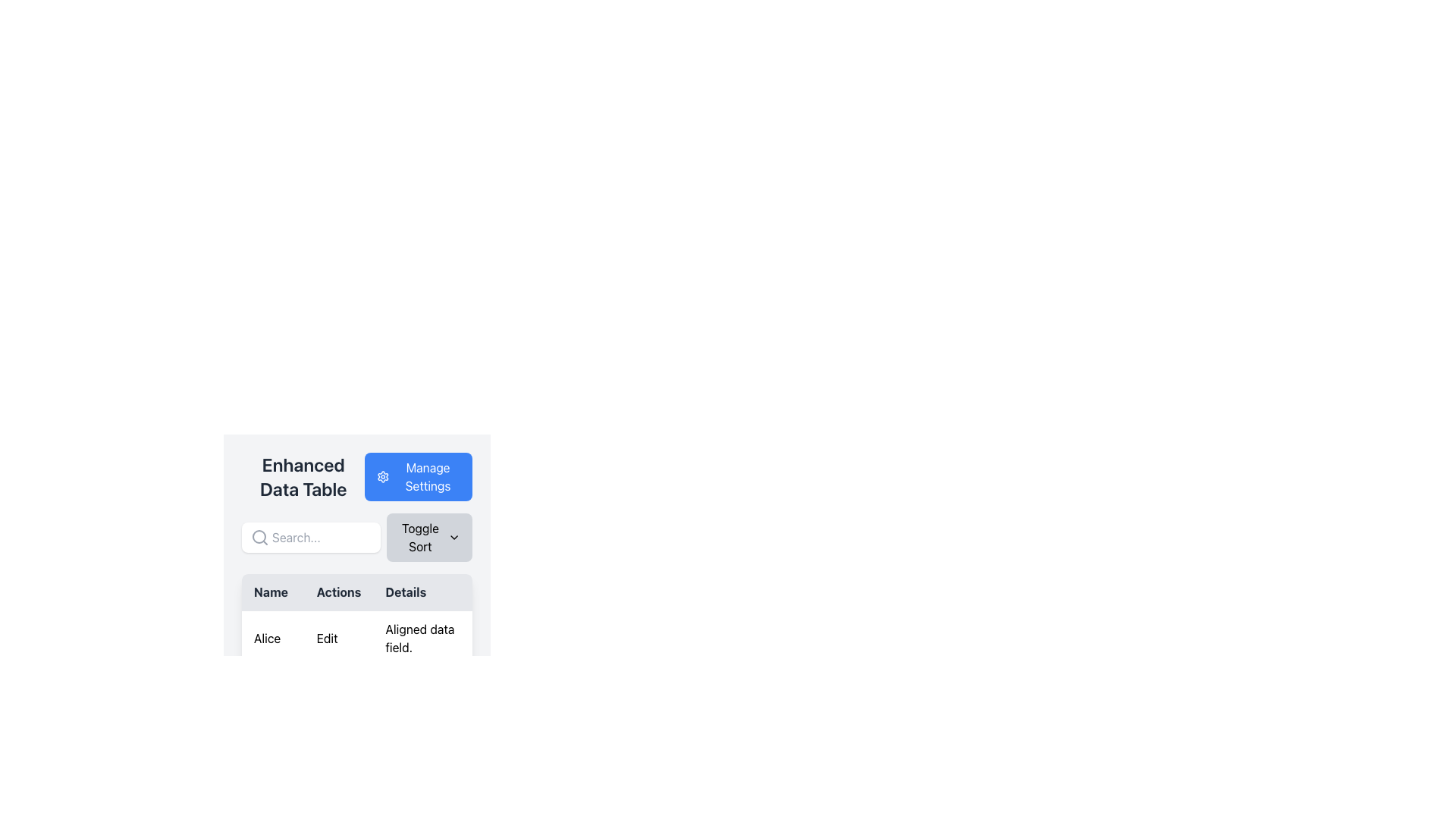  I want to click on the Dropdown Button located beneath the 'Enhanced Data Table' title, so click(356, 537).